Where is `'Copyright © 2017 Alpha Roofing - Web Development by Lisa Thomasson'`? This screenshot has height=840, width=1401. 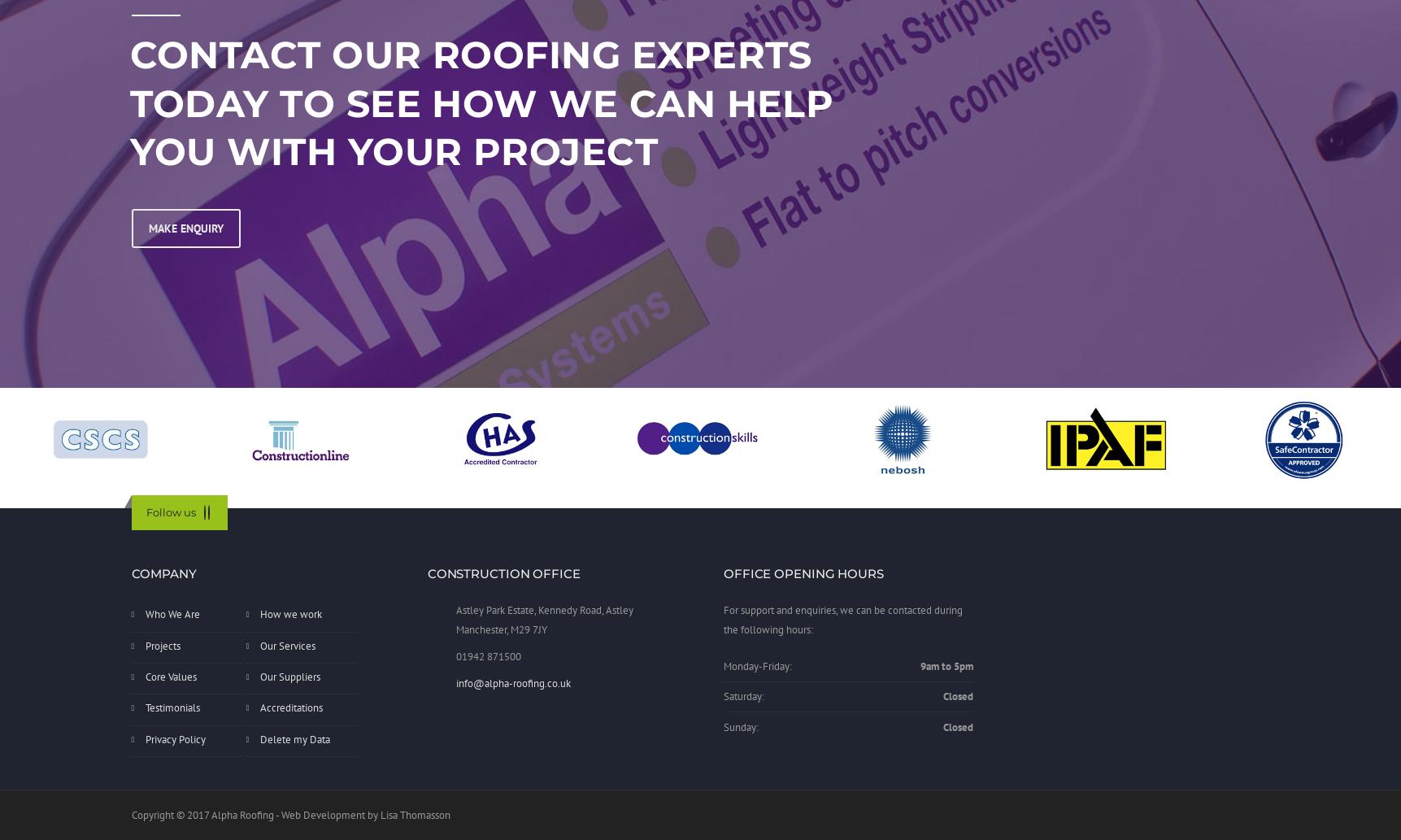 'Copyright © 2017 Alpha Roofing - Web Development by Lisa Thomasson' is located at coordinates (289, 814).